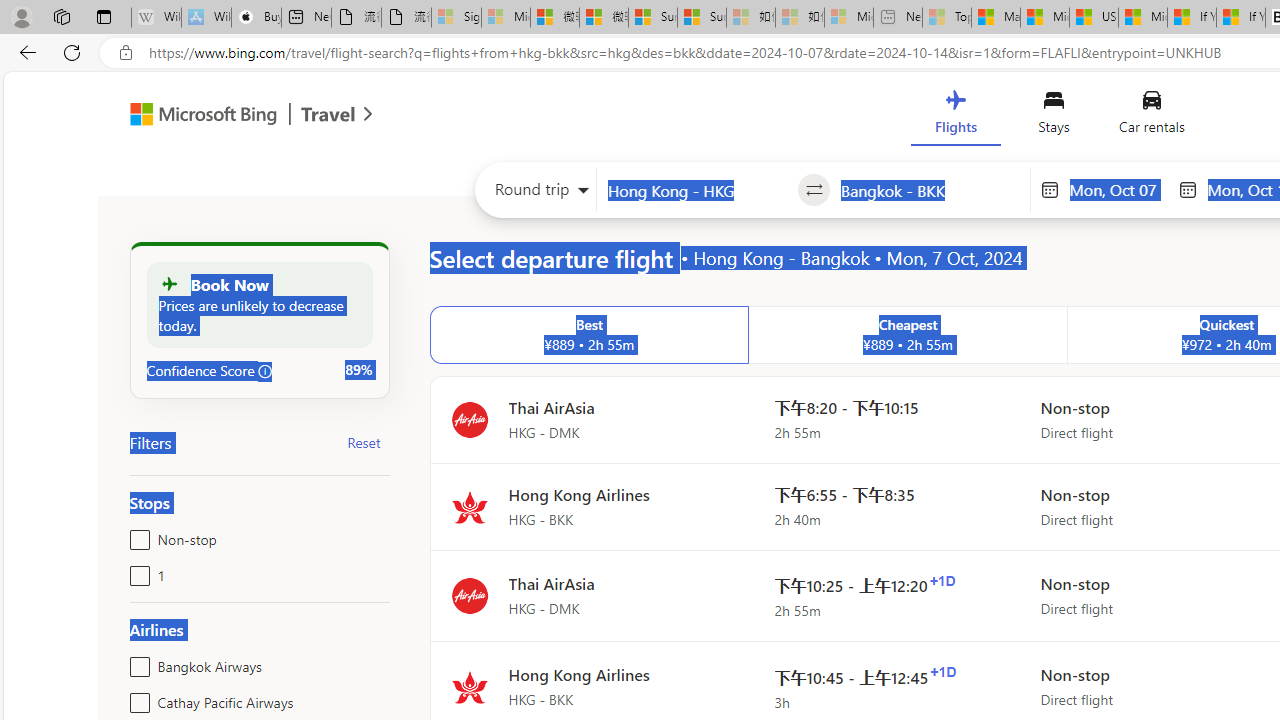 This screenshot has width=1280, height=720. I want to click on 'Reset', so click(364, 441).